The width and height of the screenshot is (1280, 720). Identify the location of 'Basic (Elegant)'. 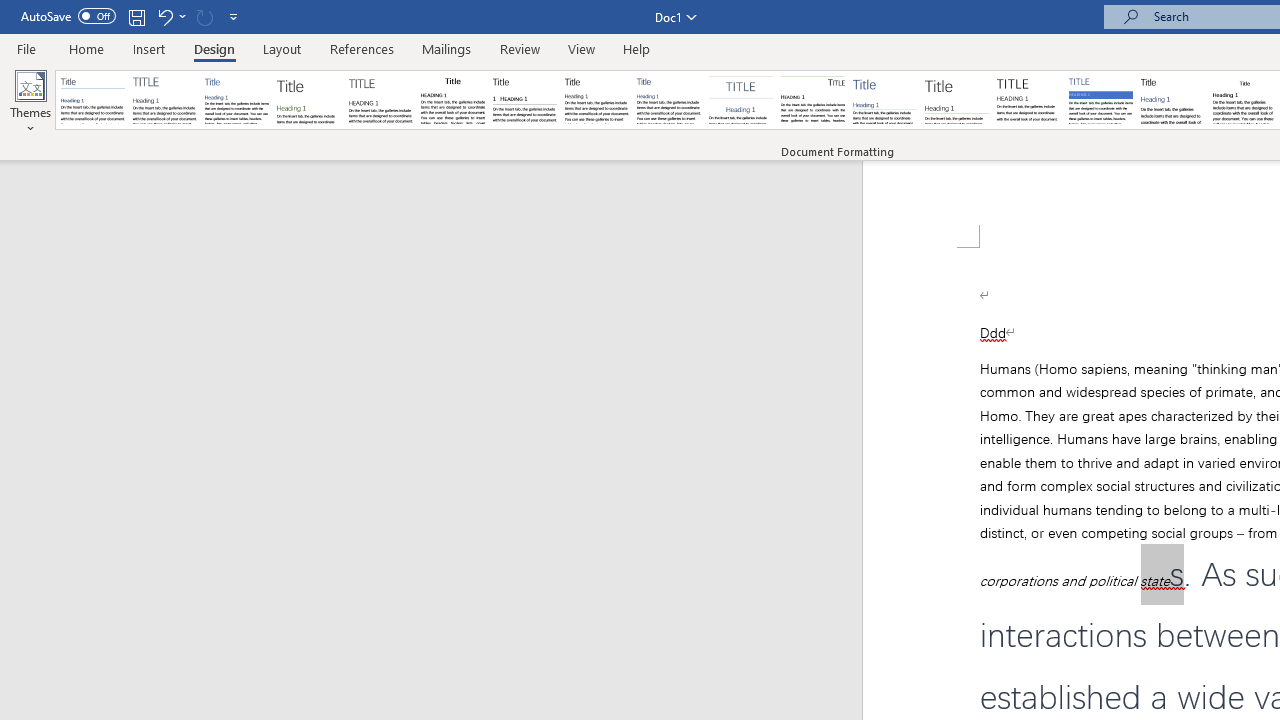
(165, 100).